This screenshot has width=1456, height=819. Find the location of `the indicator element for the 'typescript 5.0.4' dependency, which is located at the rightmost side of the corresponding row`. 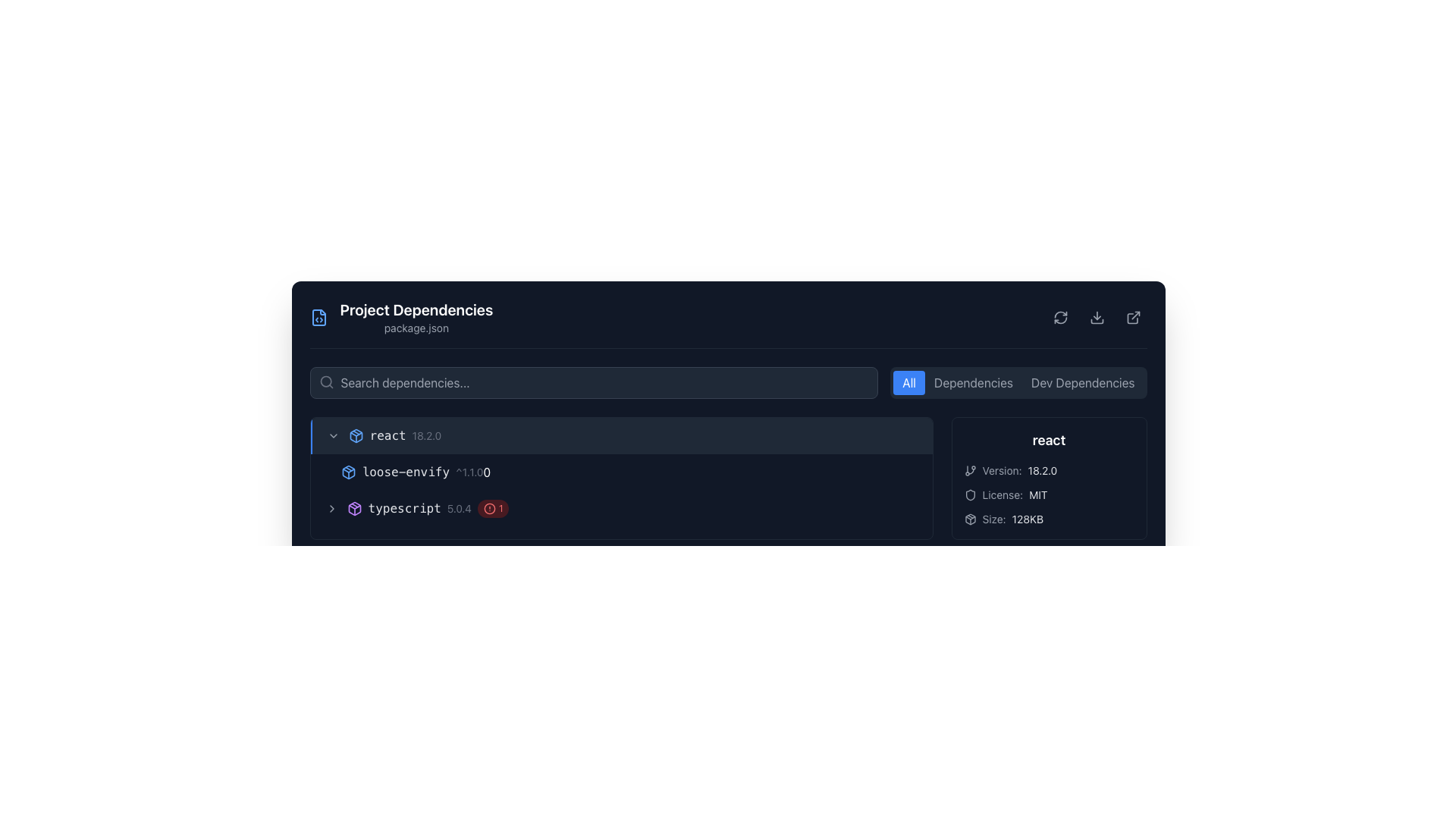

the indicator element for the 'typescript 5.0.4' dependency, which is located at the rightmost side of the corresponding row is located at coordinates (493, 509).